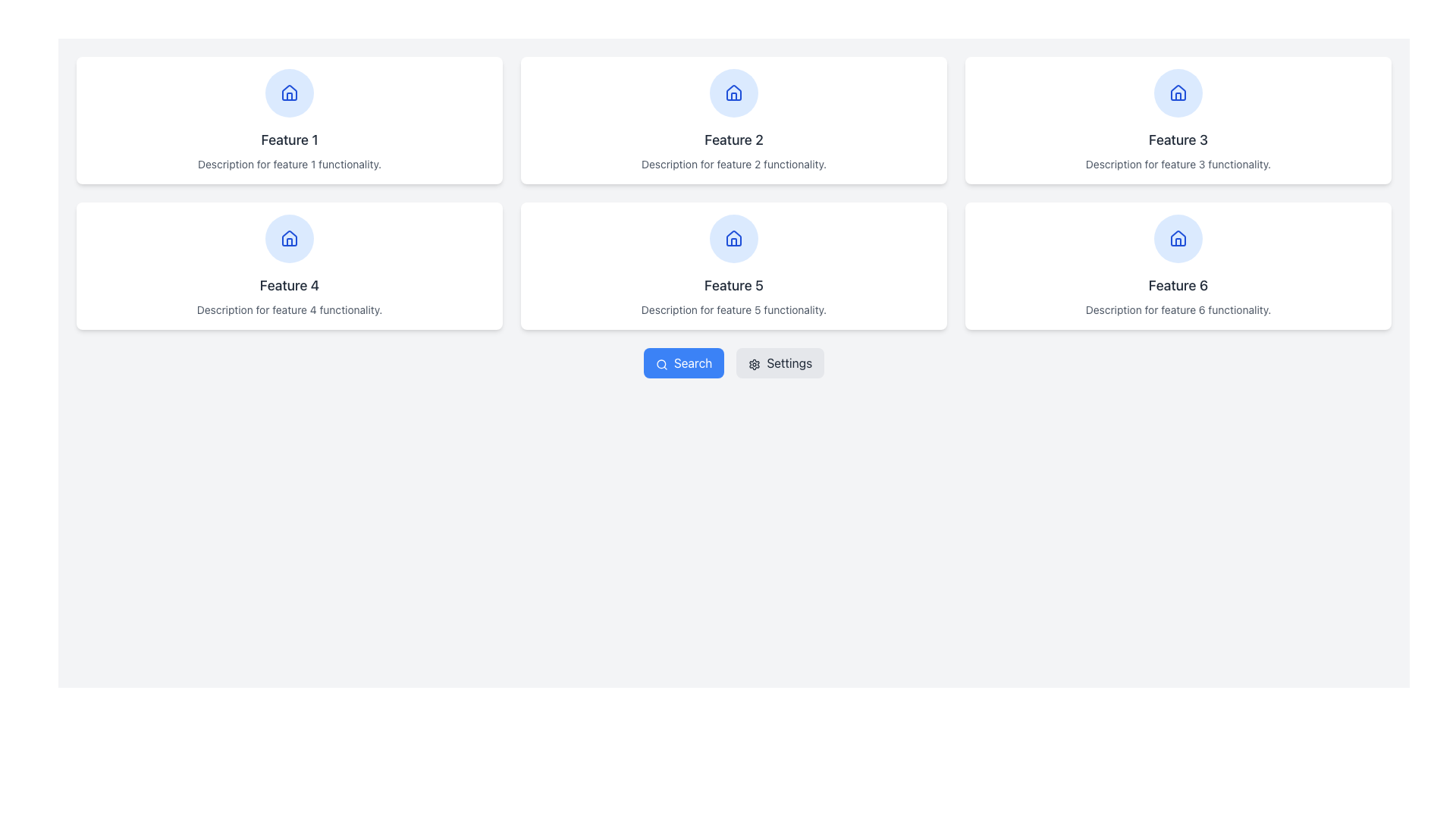  I want to click on the descriptive text label that provides additional details for 'Feature 1', located directly below the title text 'Feature 1', so click(290, 164).